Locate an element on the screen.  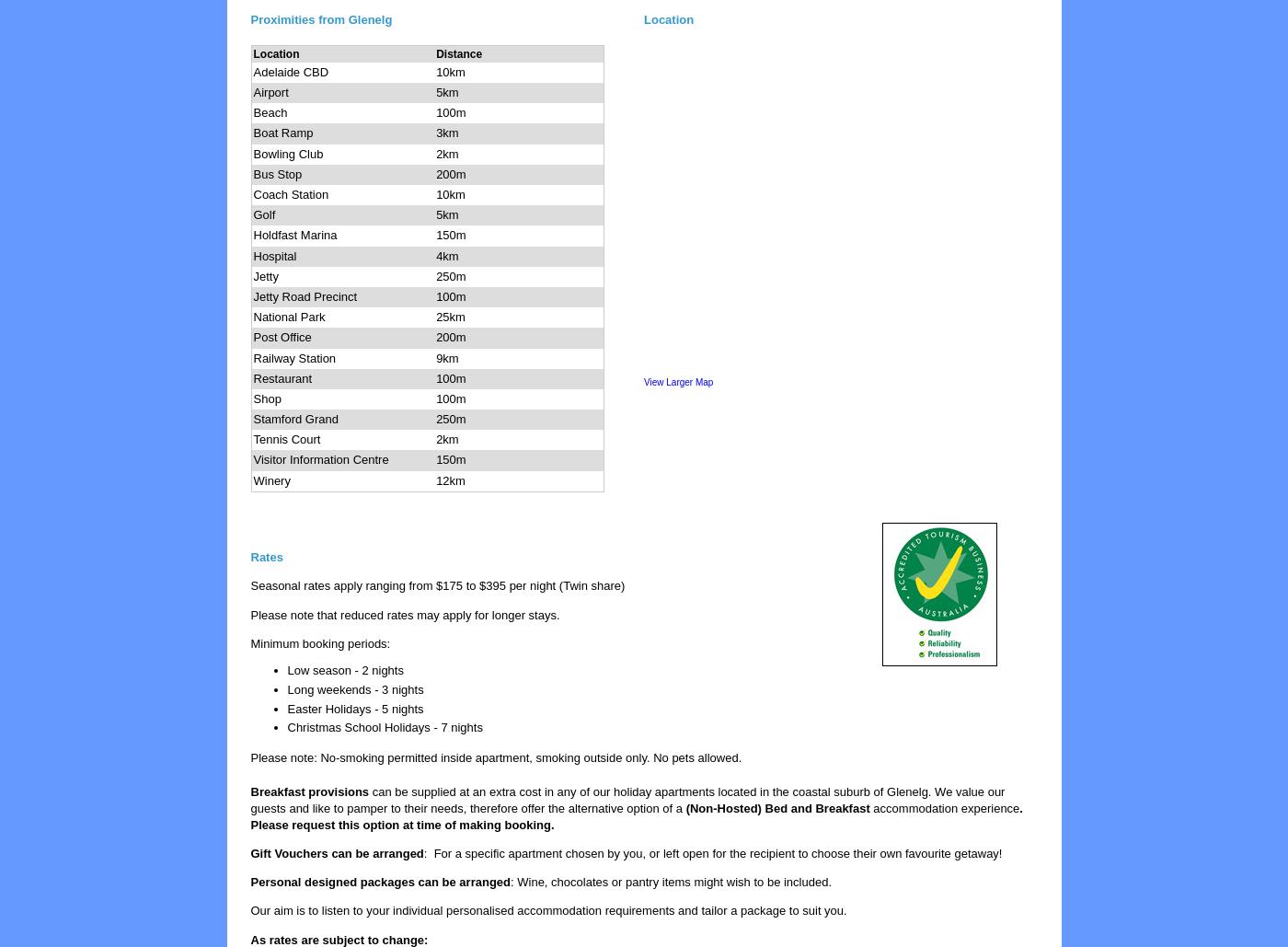
'Rates' is located at coordinates (266, 557).